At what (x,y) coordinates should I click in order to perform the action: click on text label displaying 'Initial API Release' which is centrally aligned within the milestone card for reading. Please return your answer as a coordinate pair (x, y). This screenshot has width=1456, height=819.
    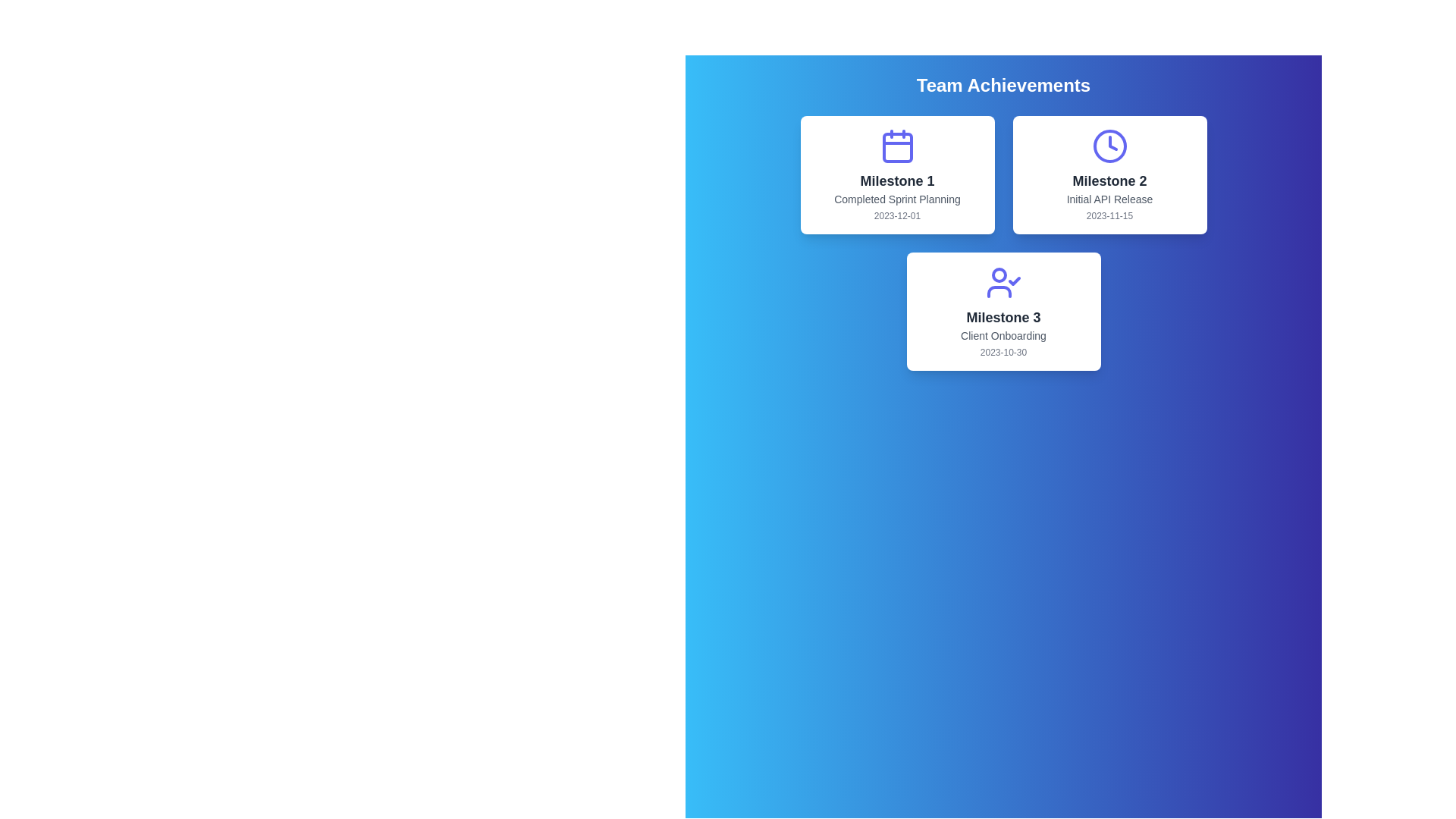
    Looking at the image, I should click on (1109, 198).